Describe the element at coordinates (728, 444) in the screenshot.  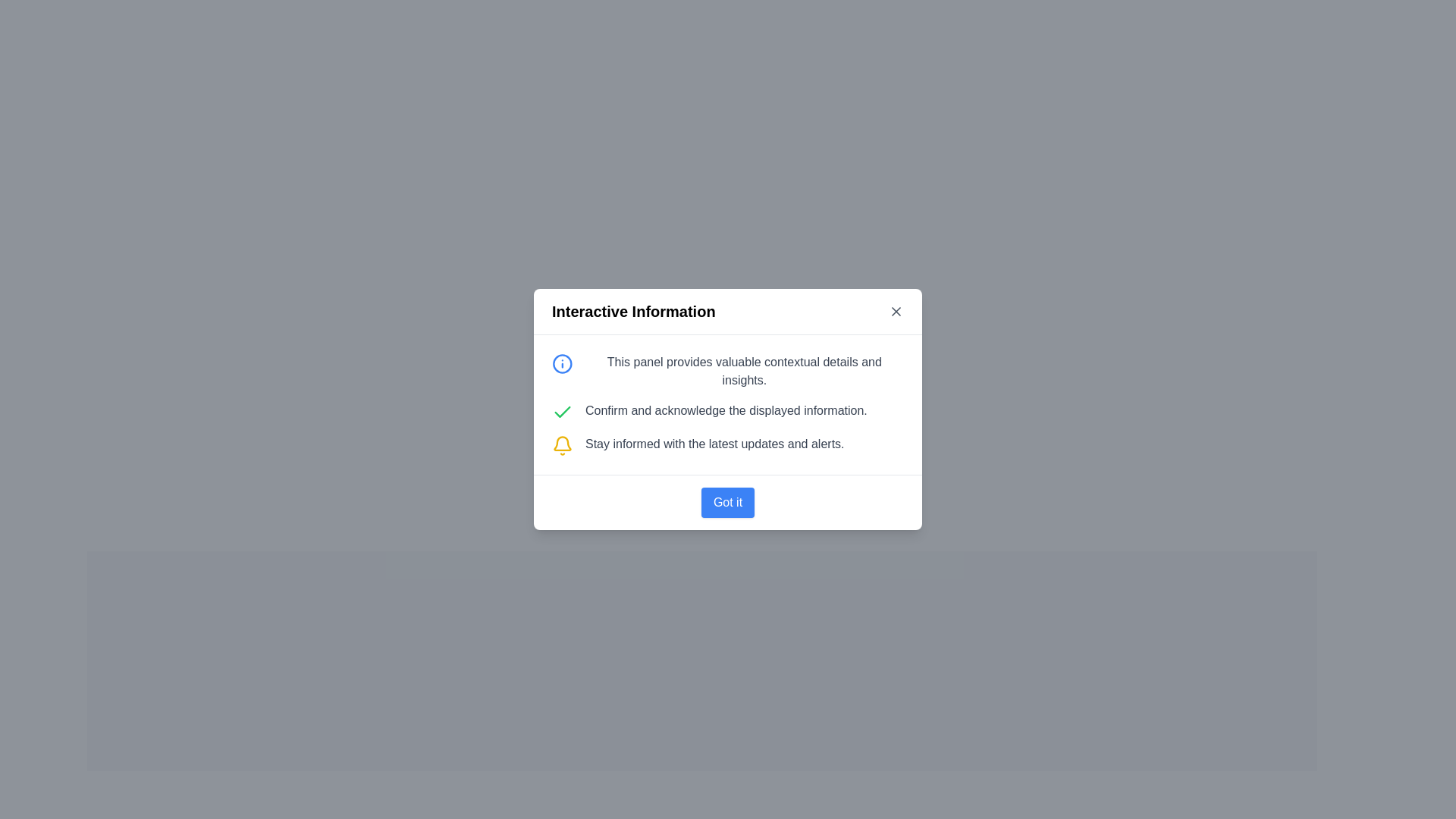
I see `informative text block containing the yellow bell icon and the message 'Stay informed with the latest updates and alerts.' located at the bottom of the displayed panel` at that location.